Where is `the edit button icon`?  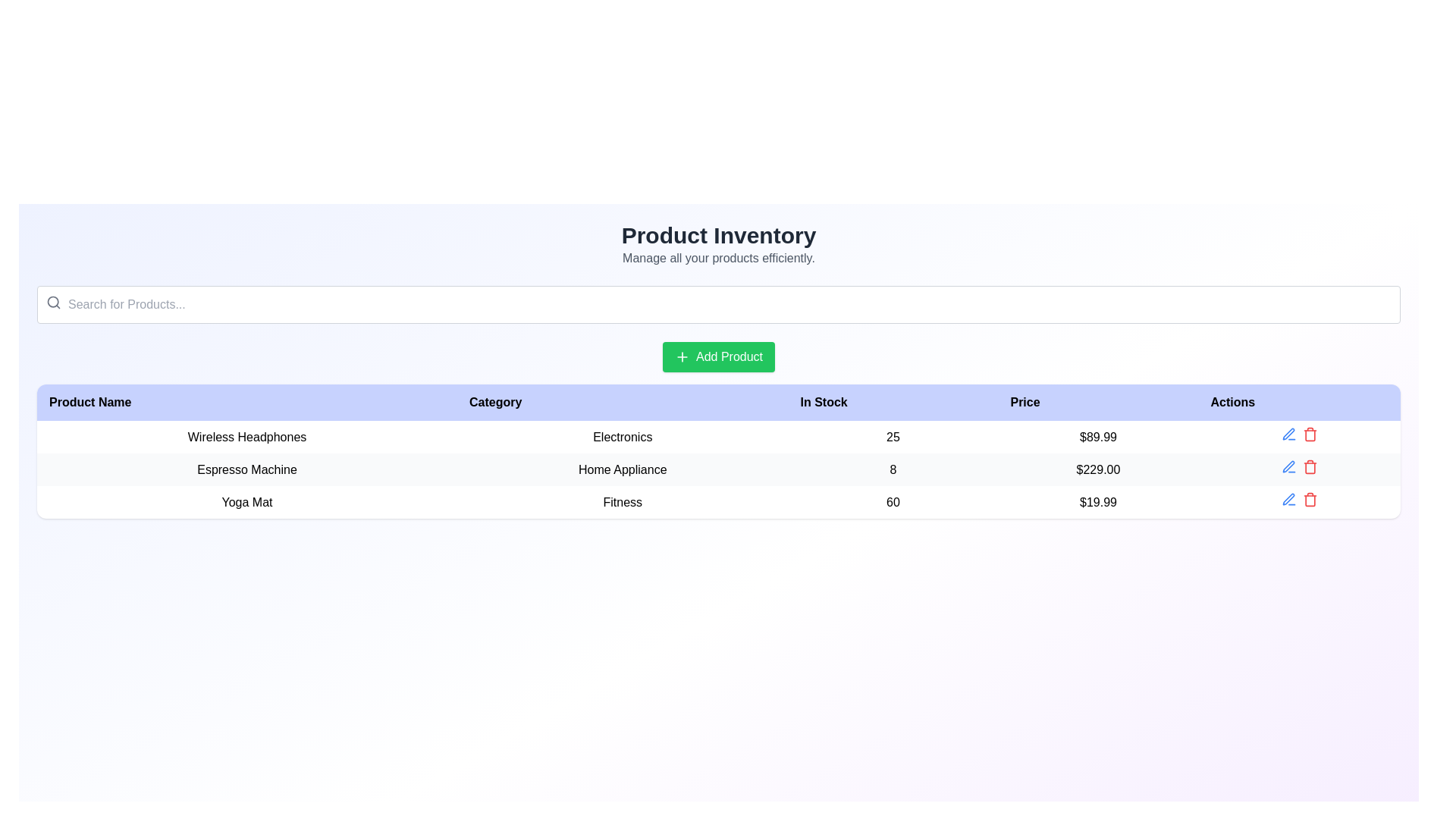 the edit button icon is located at coordinates (1288, 500).